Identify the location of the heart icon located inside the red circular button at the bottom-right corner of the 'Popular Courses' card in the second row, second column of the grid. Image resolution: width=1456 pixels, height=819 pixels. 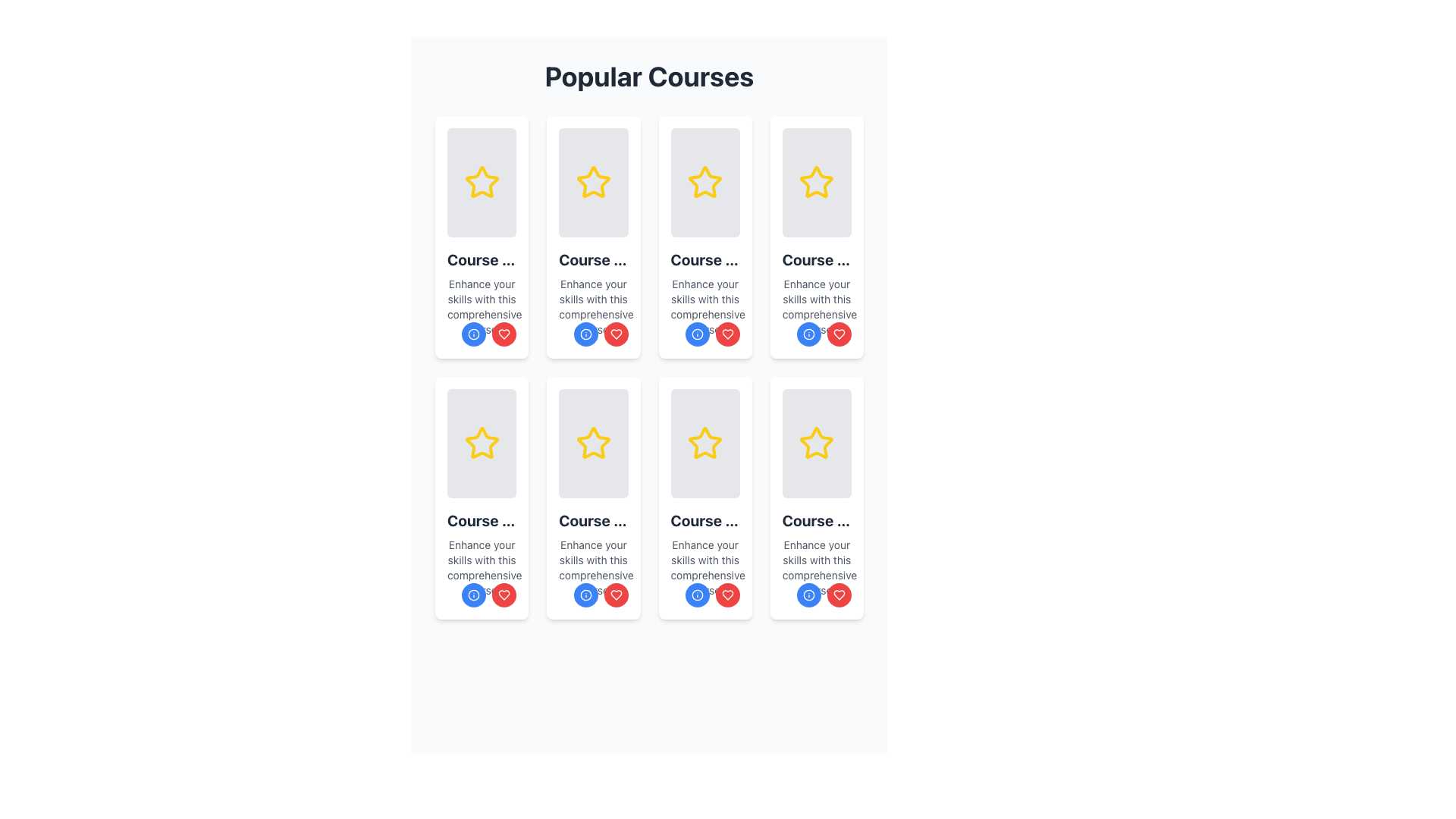
(504, 595).